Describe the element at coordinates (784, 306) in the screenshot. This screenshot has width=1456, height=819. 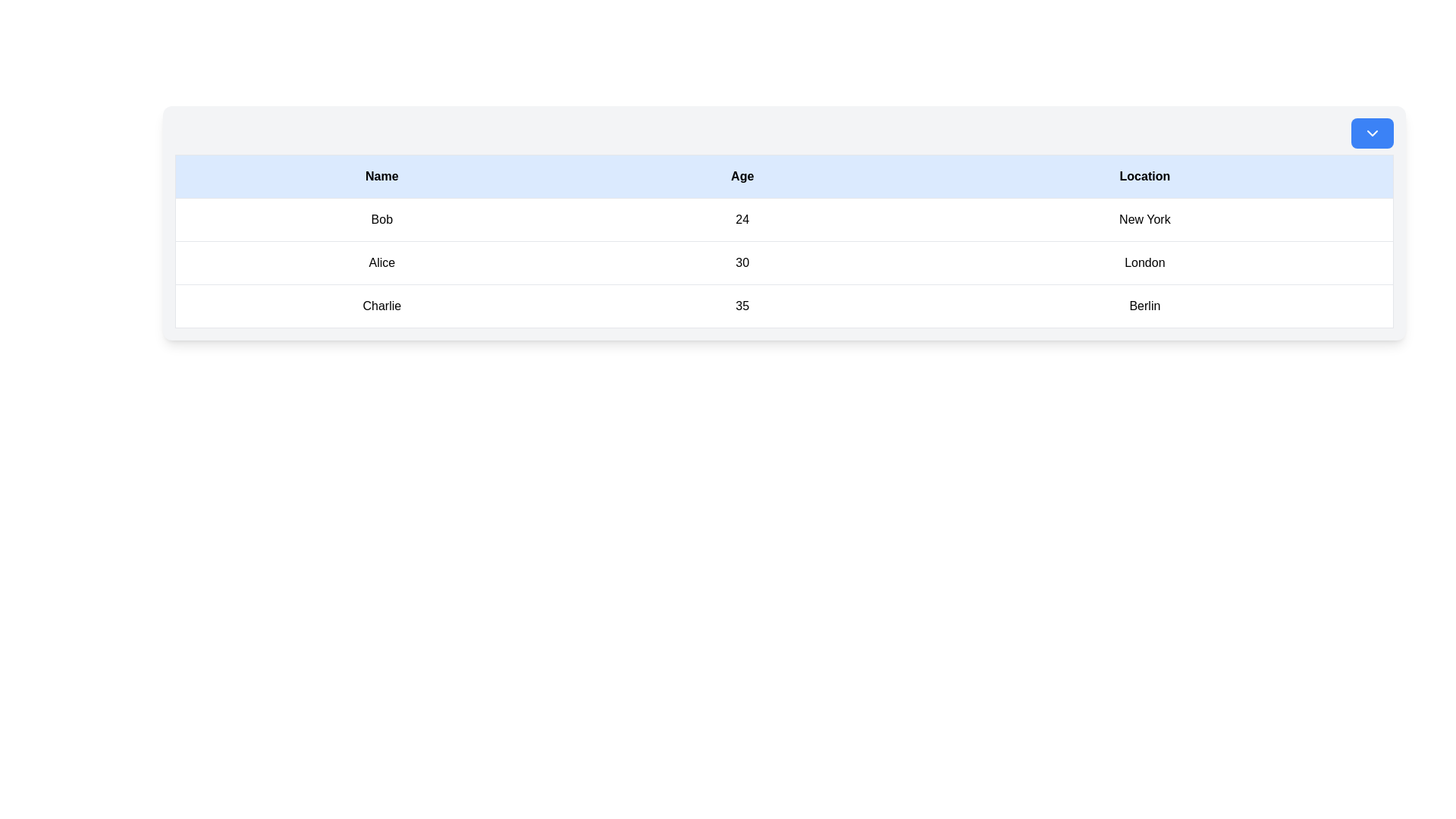
I see `the content of the table row containing the text 'Charlie35Berlin', which is the third row in the table under the columns 'Name', 'Age', and 'Location'` at that location.